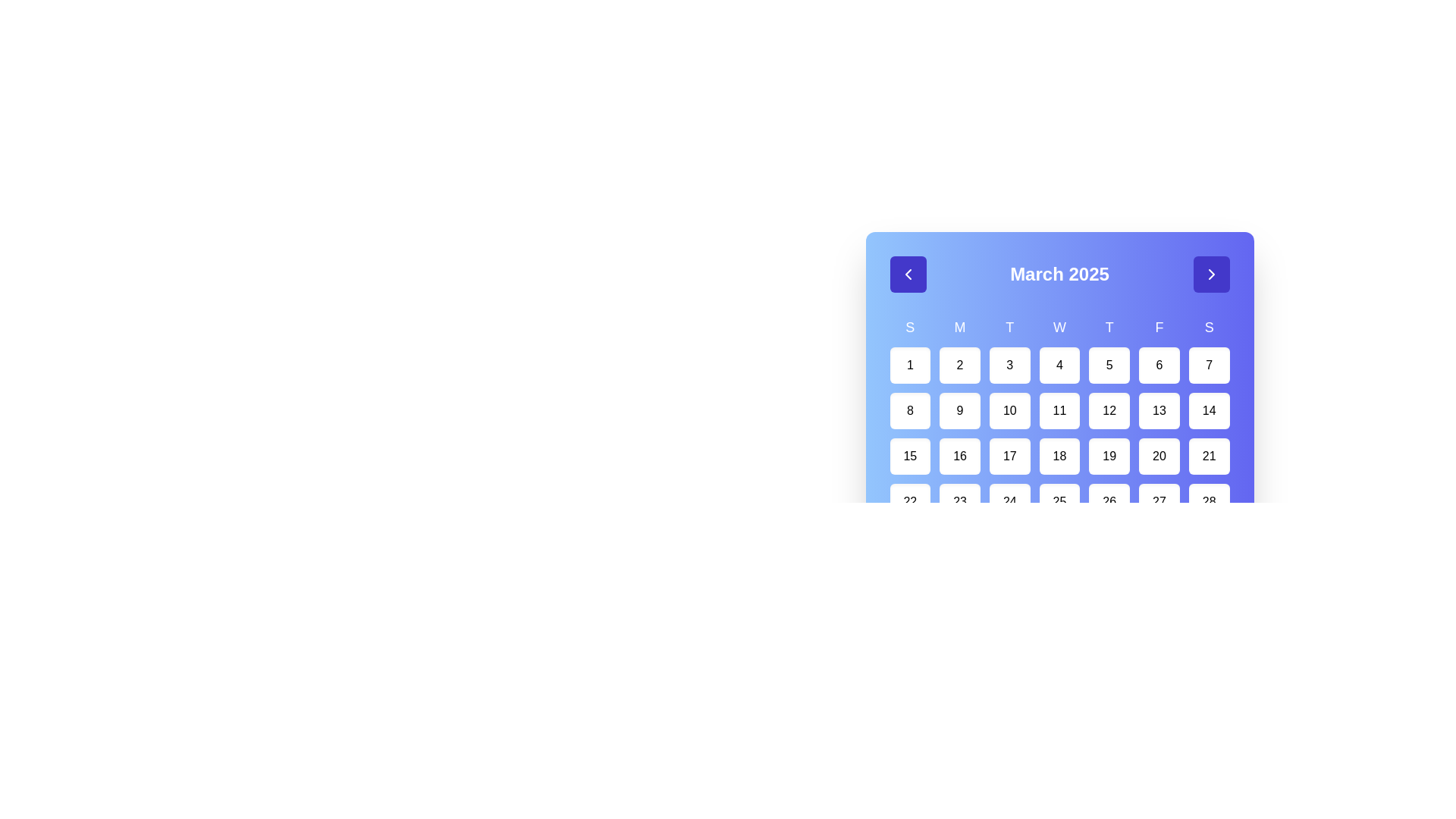 The height and width of the screenshot is (819, 1456). Describe the element at coordinates (910, 327) in the screenshot. I see `text label representing the abbreviation of Sunday, located in the top row of the calendar widget, aligned leftmost in the days of the week header` at that location.